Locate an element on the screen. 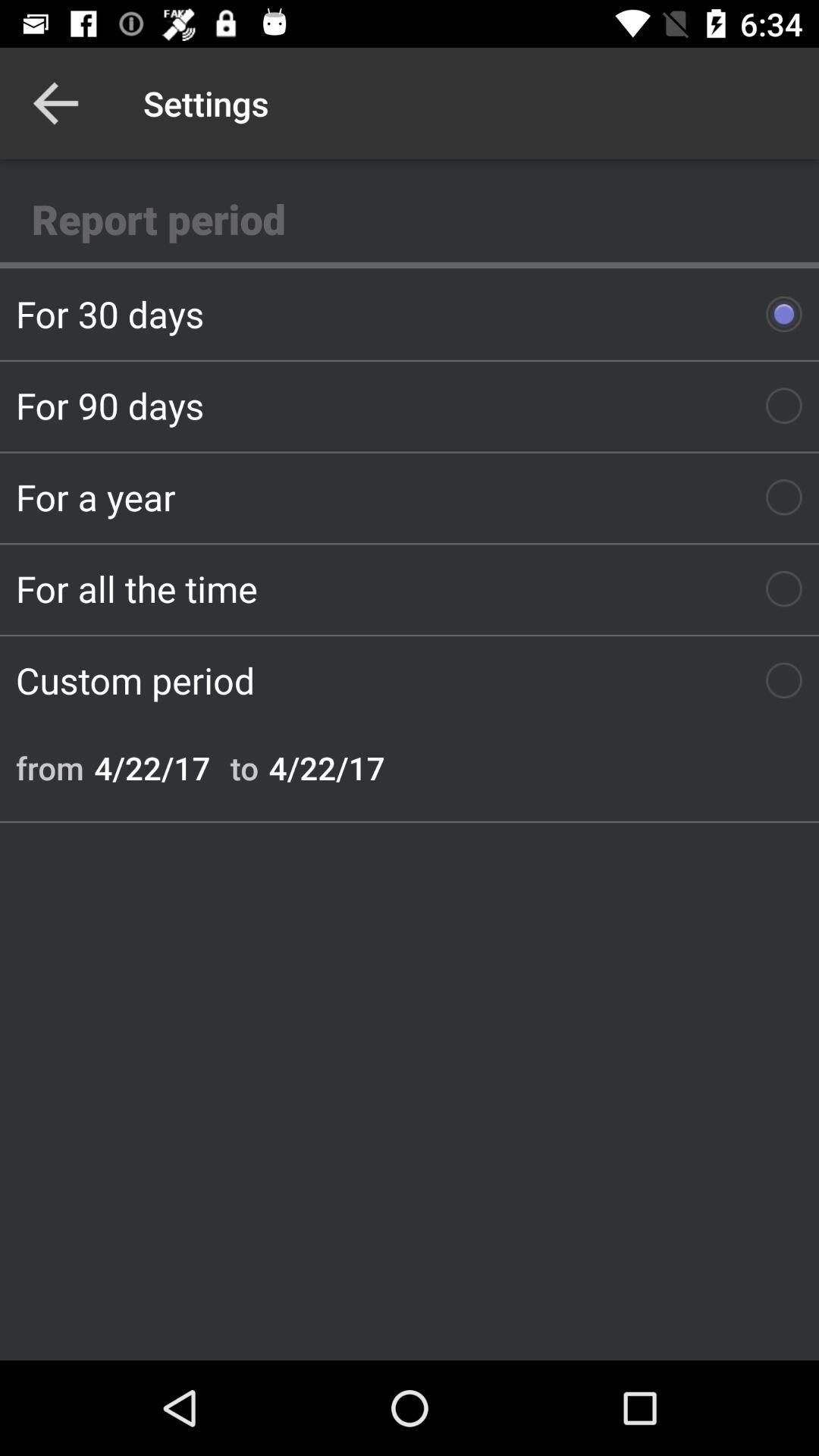  the icon next to settings app is located at coordinates (55, 102).